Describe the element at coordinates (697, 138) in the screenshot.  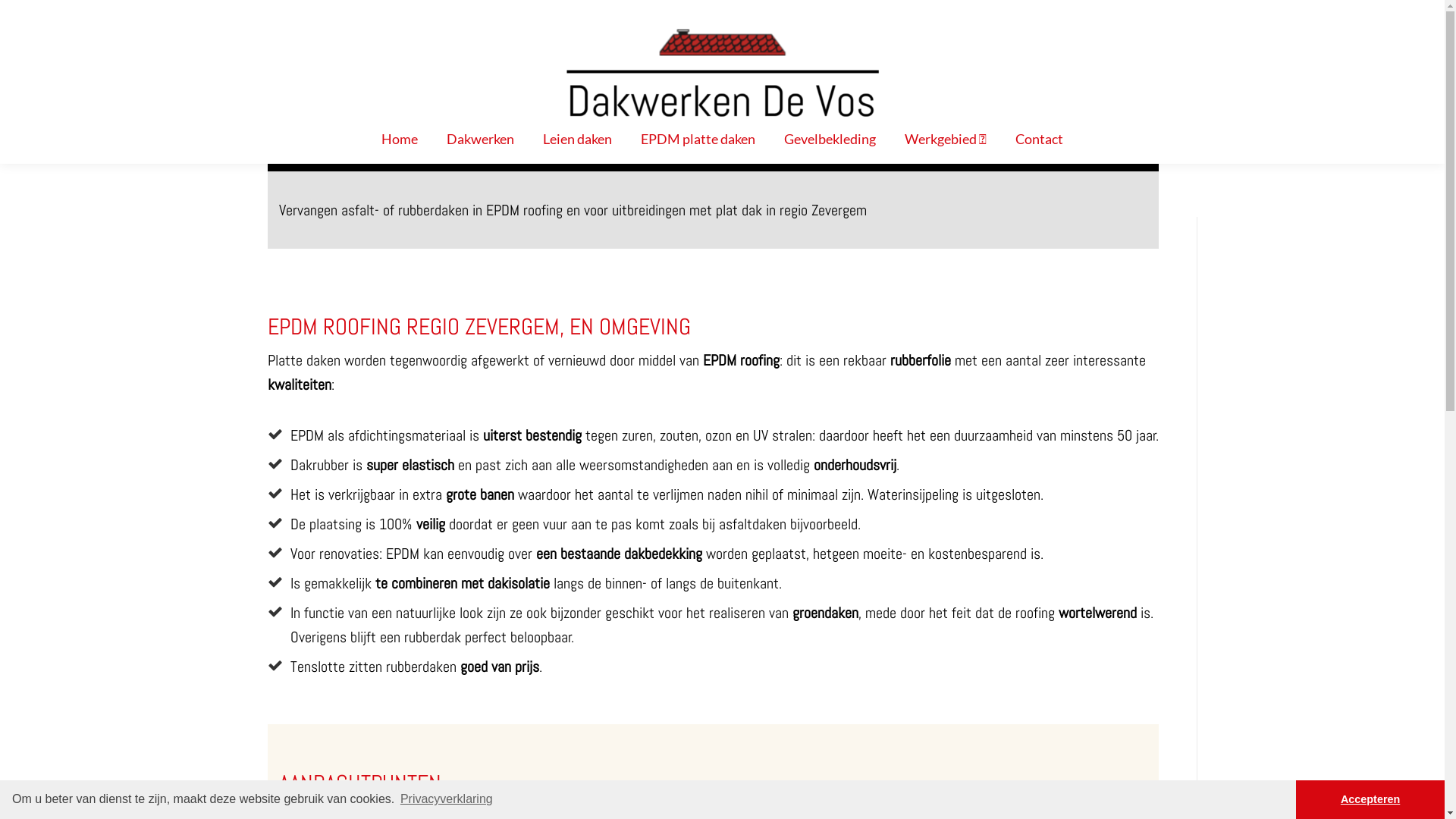
I see `'EPDM platte daken'` at that location.